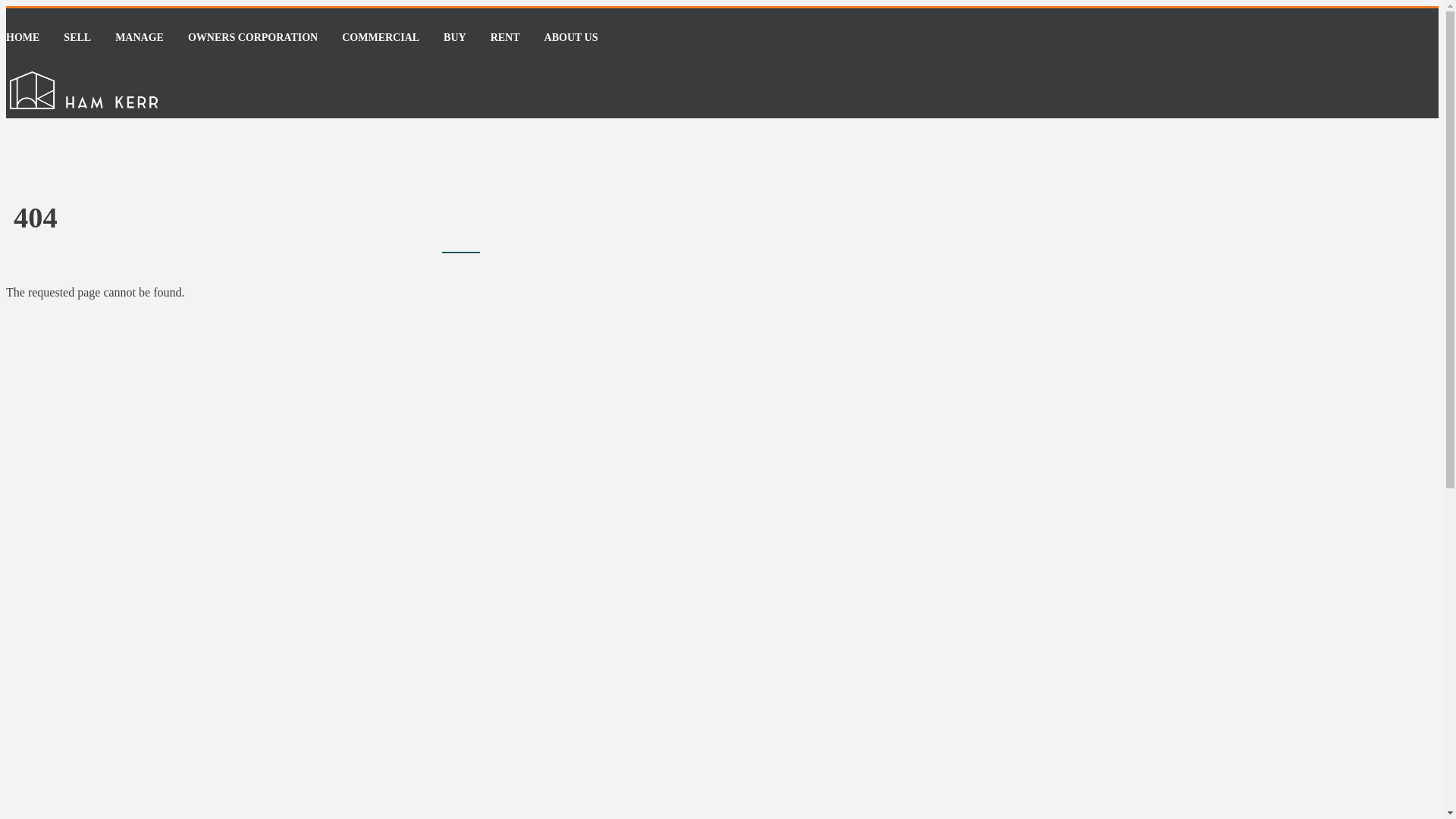 The height and width of the screenshot is (819, 1456). What do you see at coordinates (381, 37) in the screenshot?
I see `'COMMERCIAL'` at bounding box center [381, 37].